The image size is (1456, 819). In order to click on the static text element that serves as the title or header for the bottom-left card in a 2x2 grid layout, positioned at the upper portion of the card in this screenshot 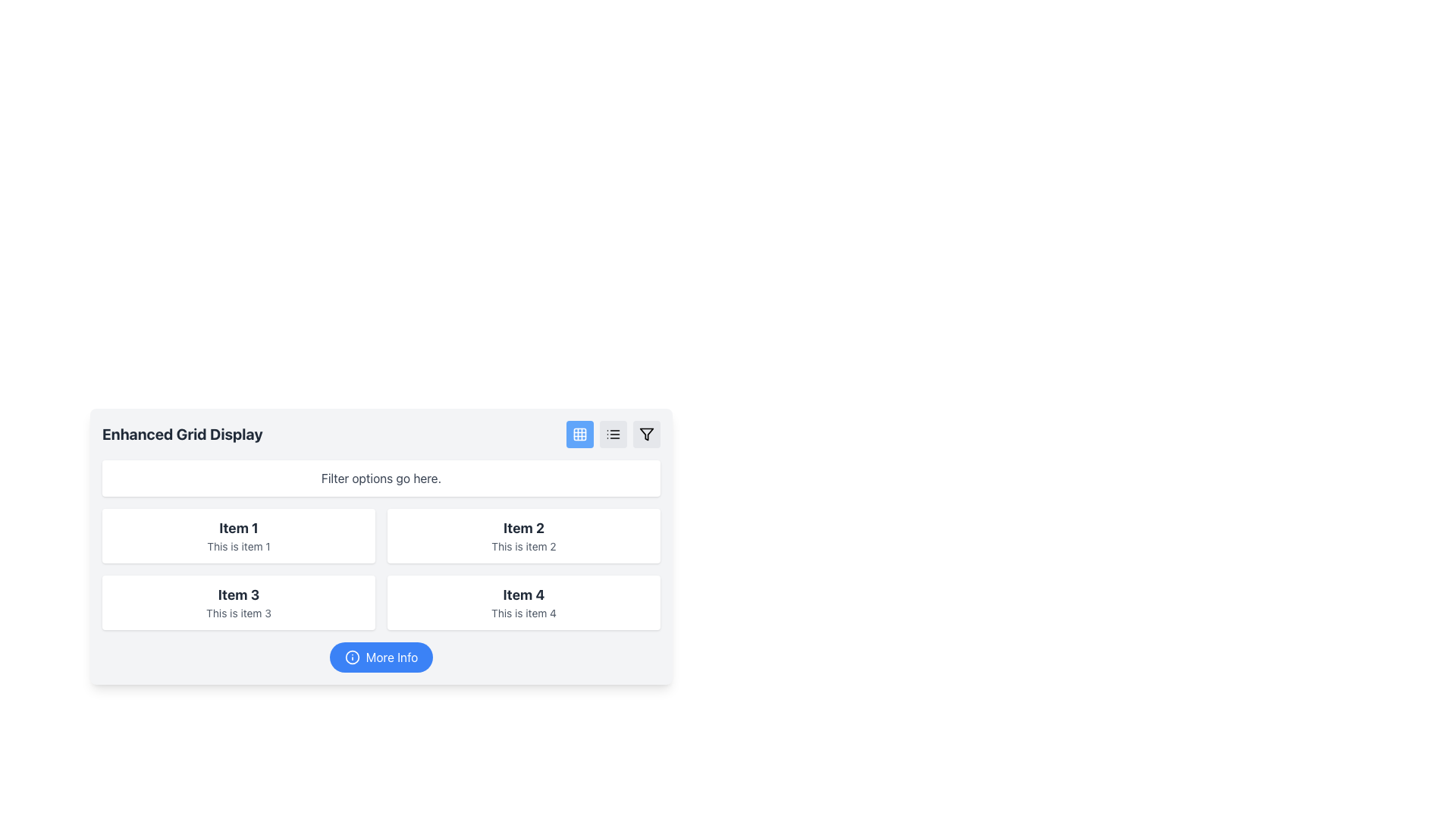, I will do `click(238, 595)`.